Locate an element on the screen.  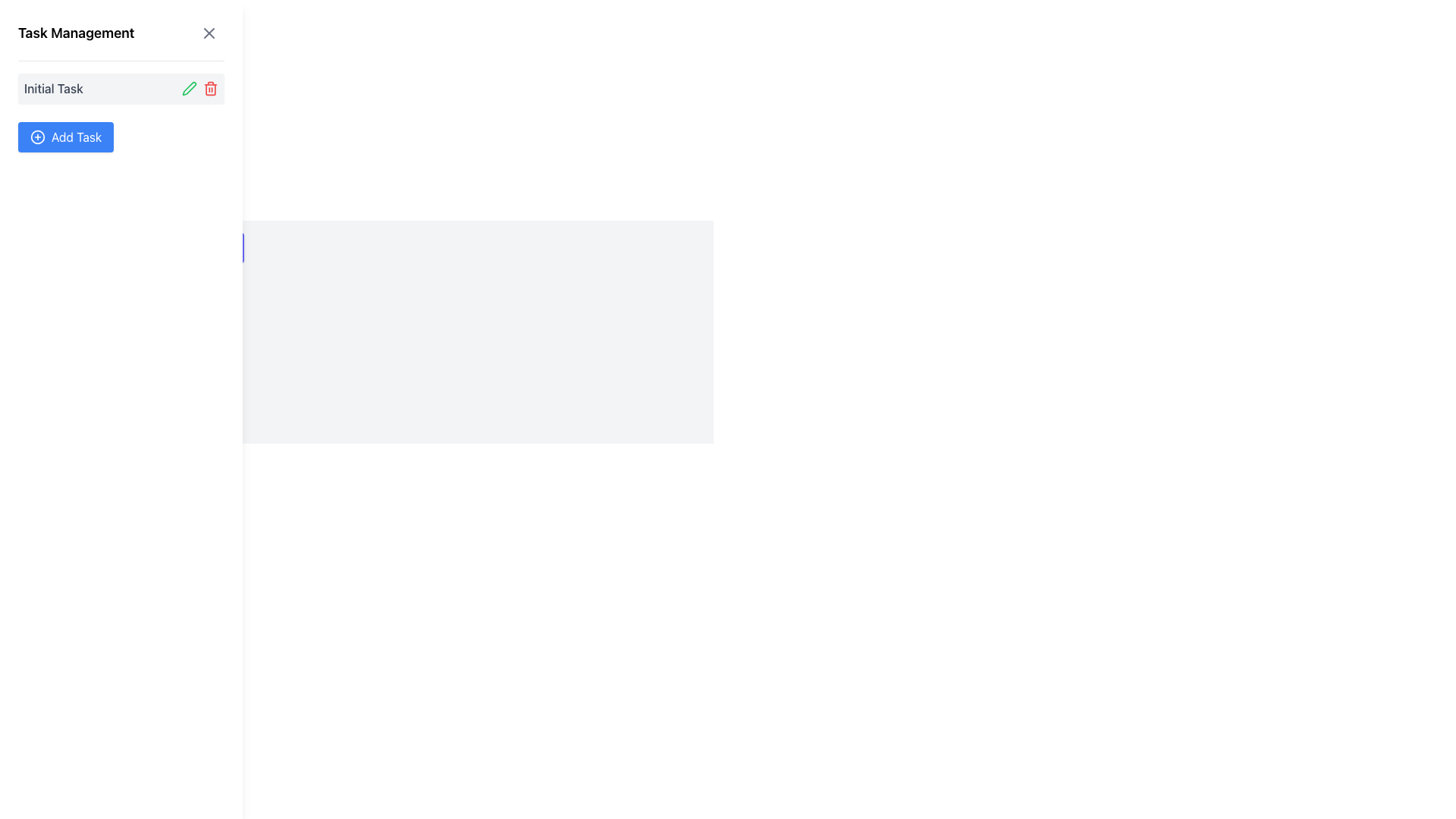
the circular icon with a centered plus symbol that is embedded within the blue 'Add Task' button is located at coordinates (37, 137).